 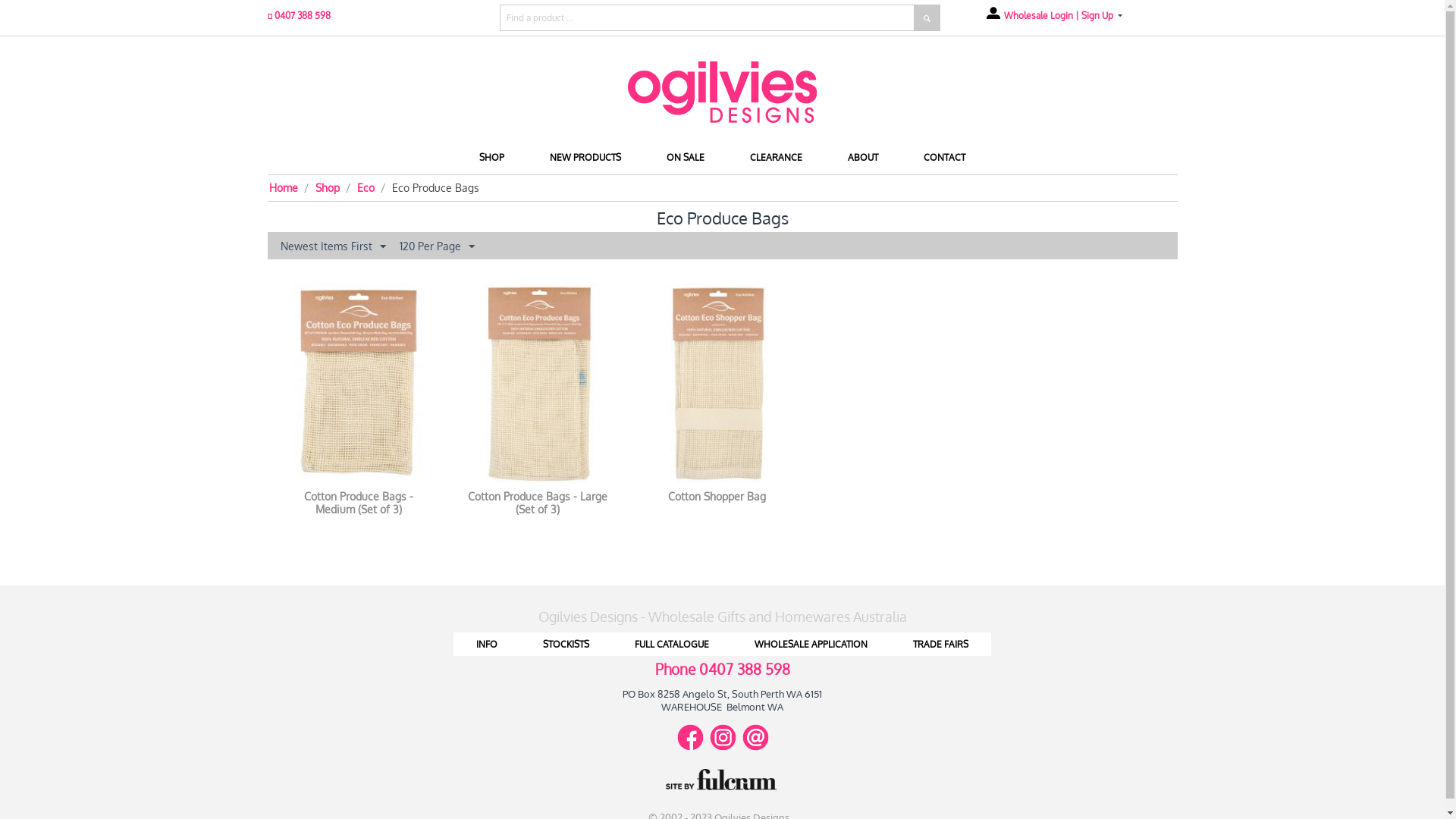 I want to click on 'Eco', so click(x=365, y=187).